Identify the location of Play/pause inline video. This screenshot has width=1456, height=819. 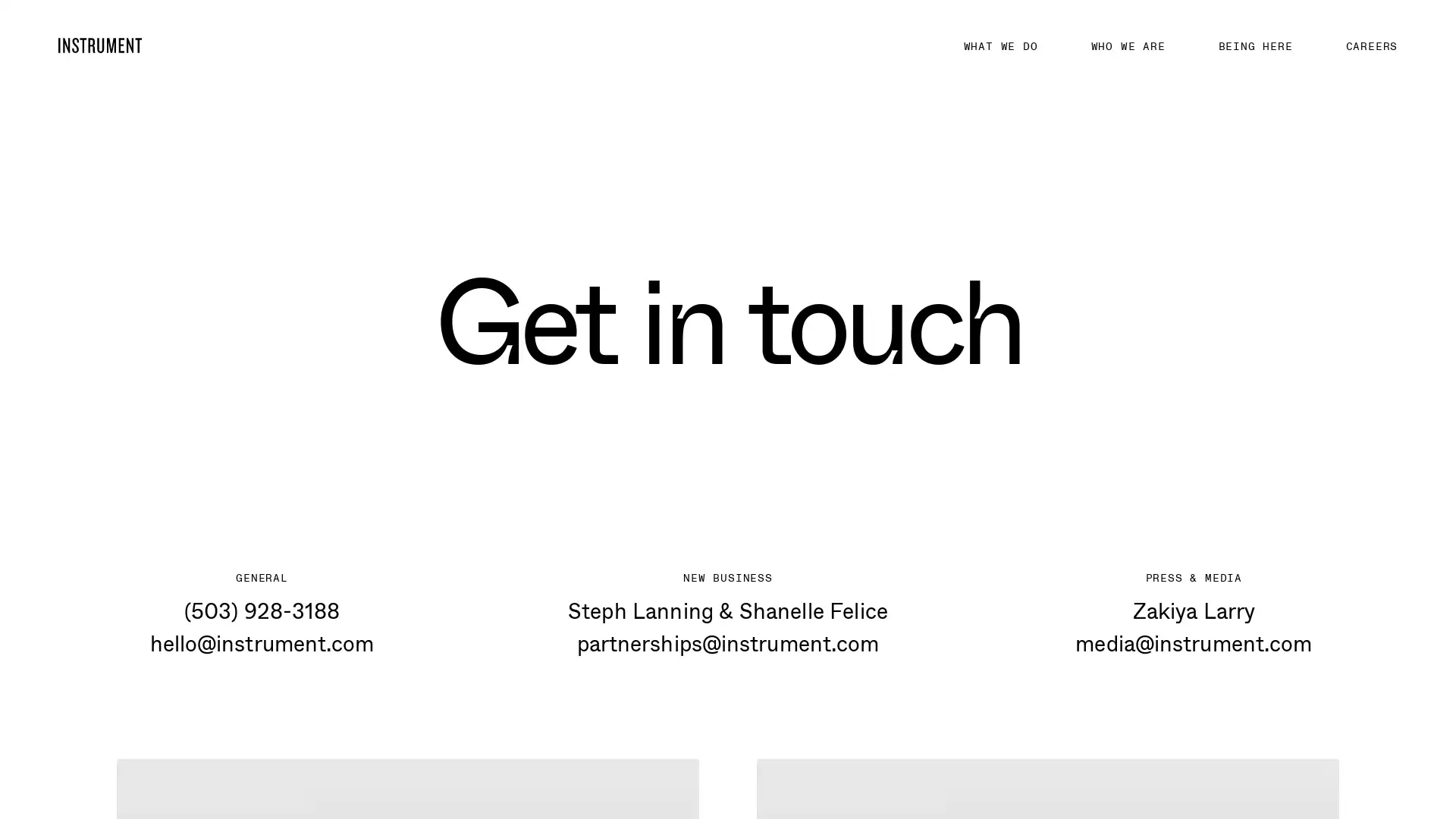
(145, 758).